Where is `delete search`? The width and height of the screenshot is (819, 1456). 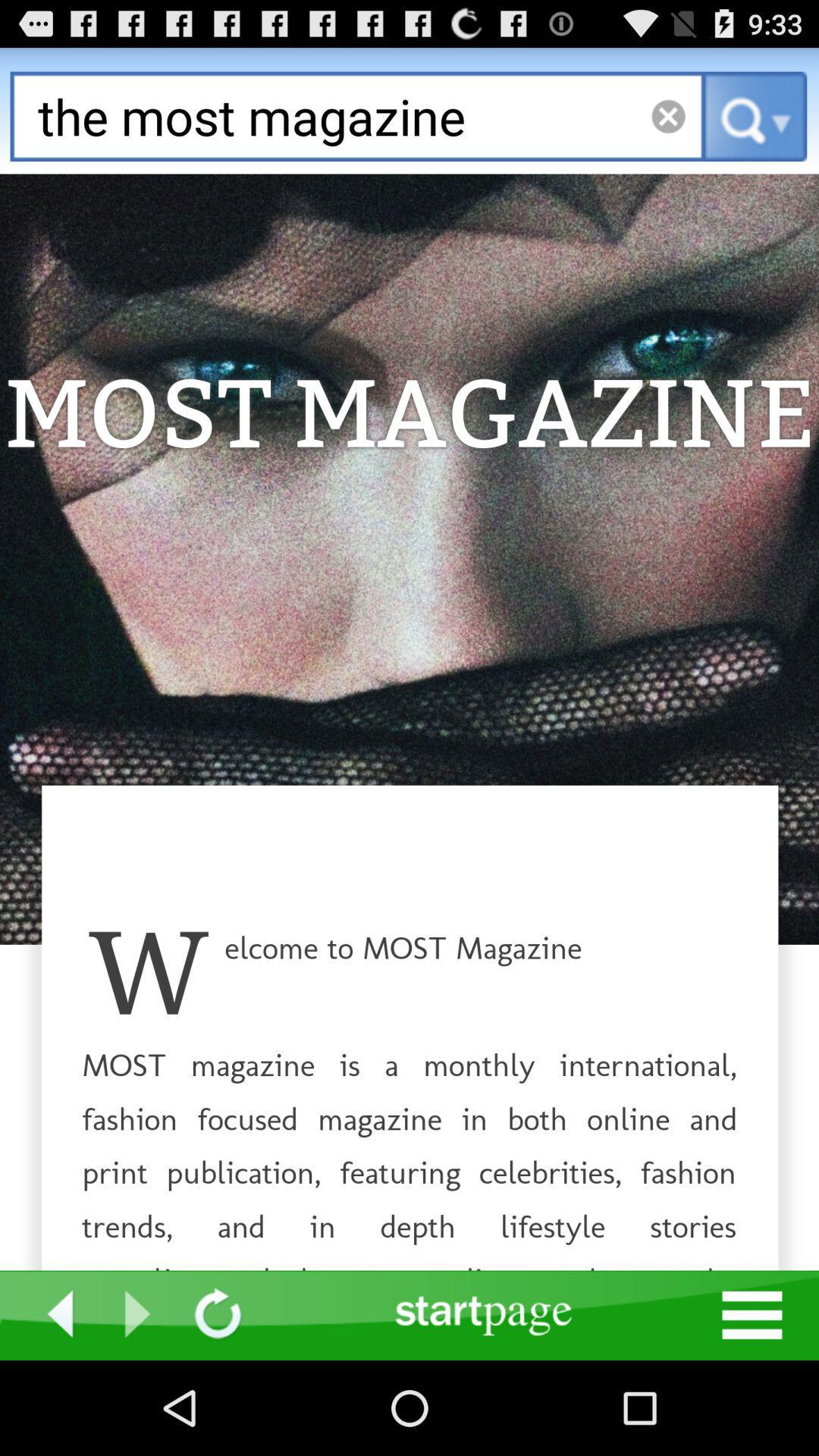 delete search is located at coordinates (667, 115).